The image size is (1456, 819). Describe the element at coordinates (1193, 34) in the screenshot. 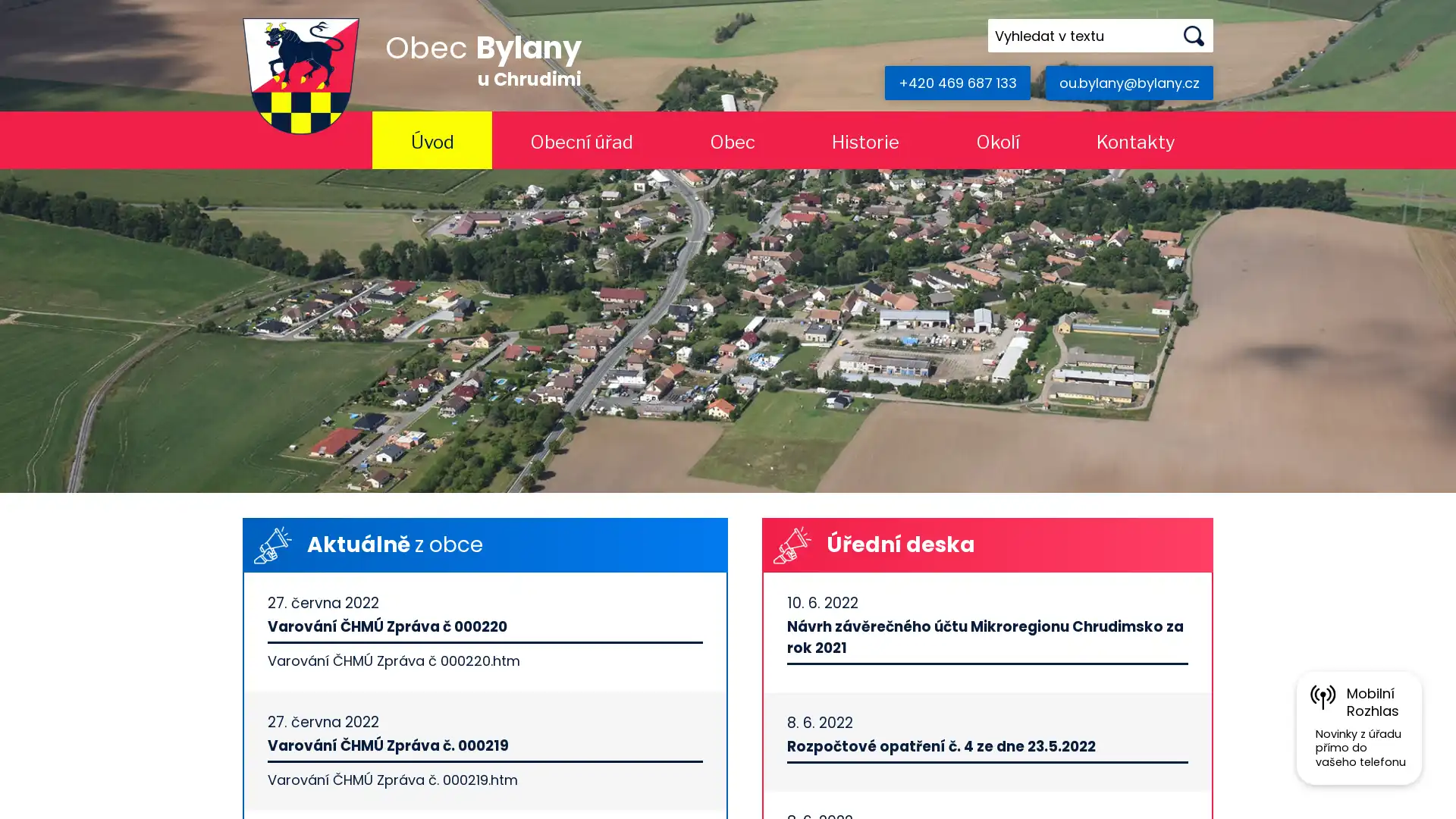

I see `Hledat` at that location.